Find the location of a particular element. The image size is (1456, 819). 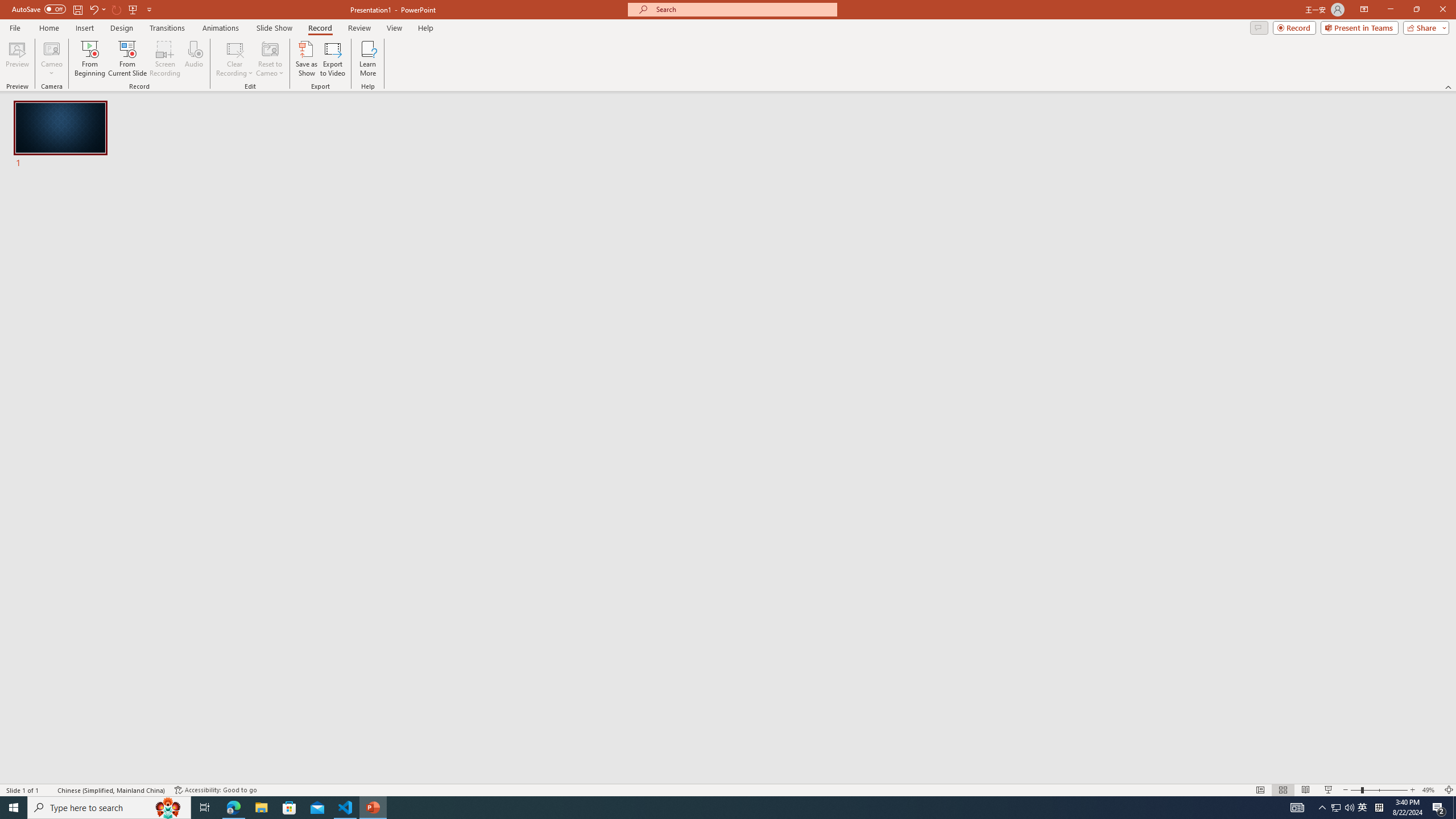

'Spell Check ' is located at coordinates (49, 790).